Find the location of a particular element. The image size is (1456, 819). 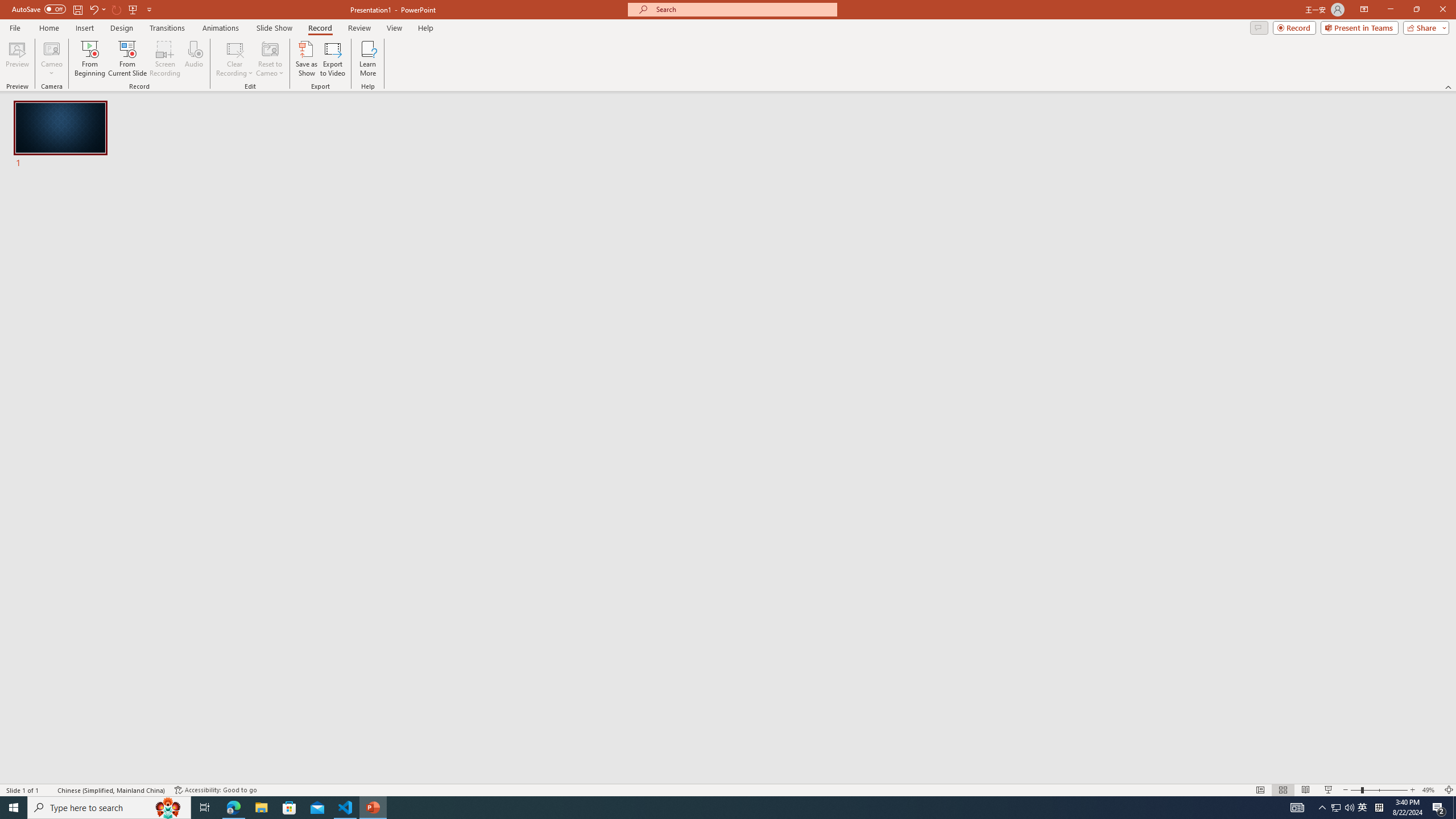

'Spell Check ' is located at coordinates (49, 790).